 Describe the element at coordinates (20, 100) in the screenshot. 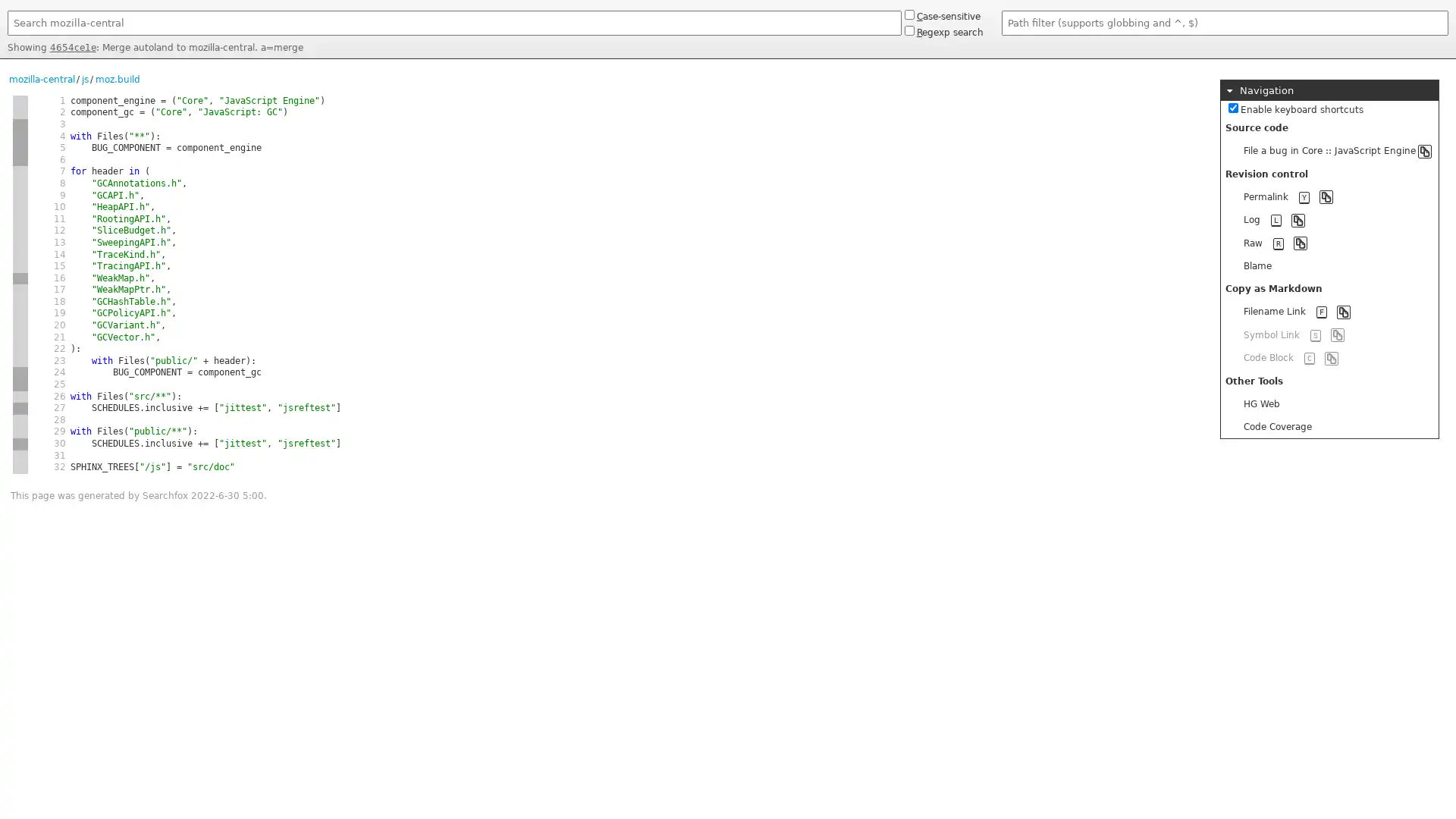

I see `new hash 1` at that location.